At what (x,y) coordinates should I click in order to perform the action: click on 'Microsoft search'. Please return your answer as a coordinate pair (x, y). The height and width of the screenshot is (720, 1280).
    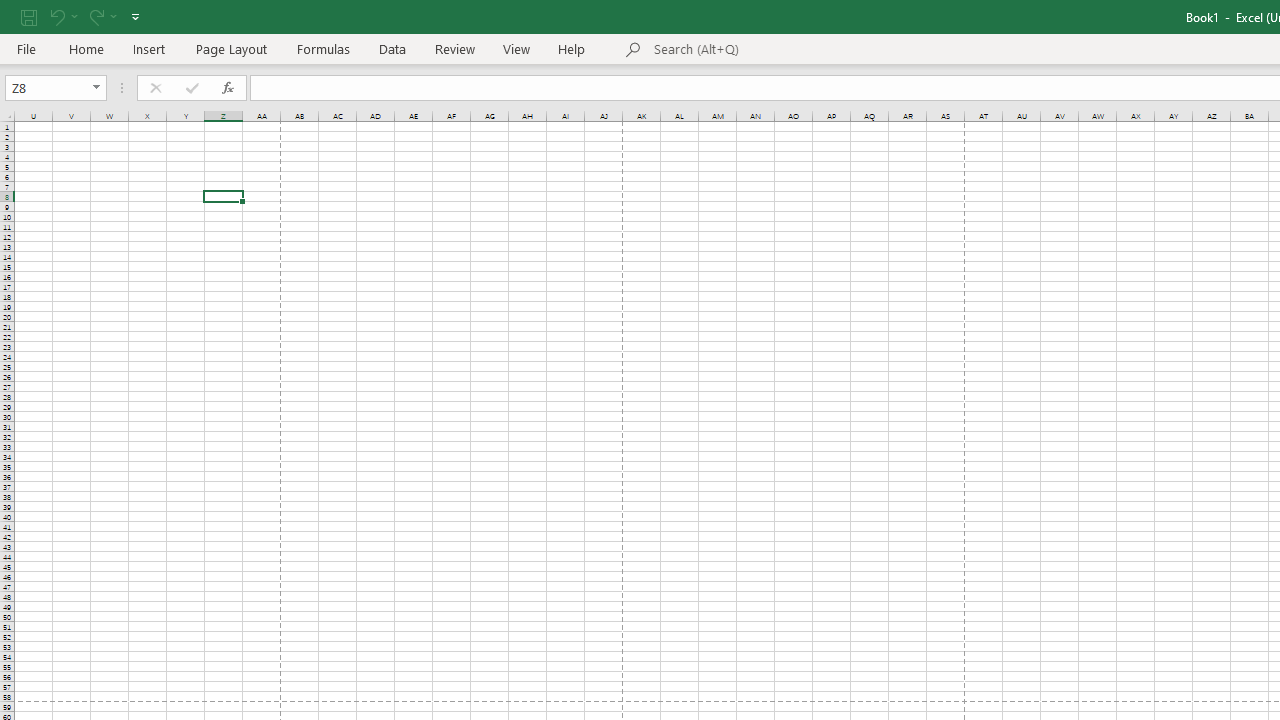
    Looking at the image, I should click on (791, 49).